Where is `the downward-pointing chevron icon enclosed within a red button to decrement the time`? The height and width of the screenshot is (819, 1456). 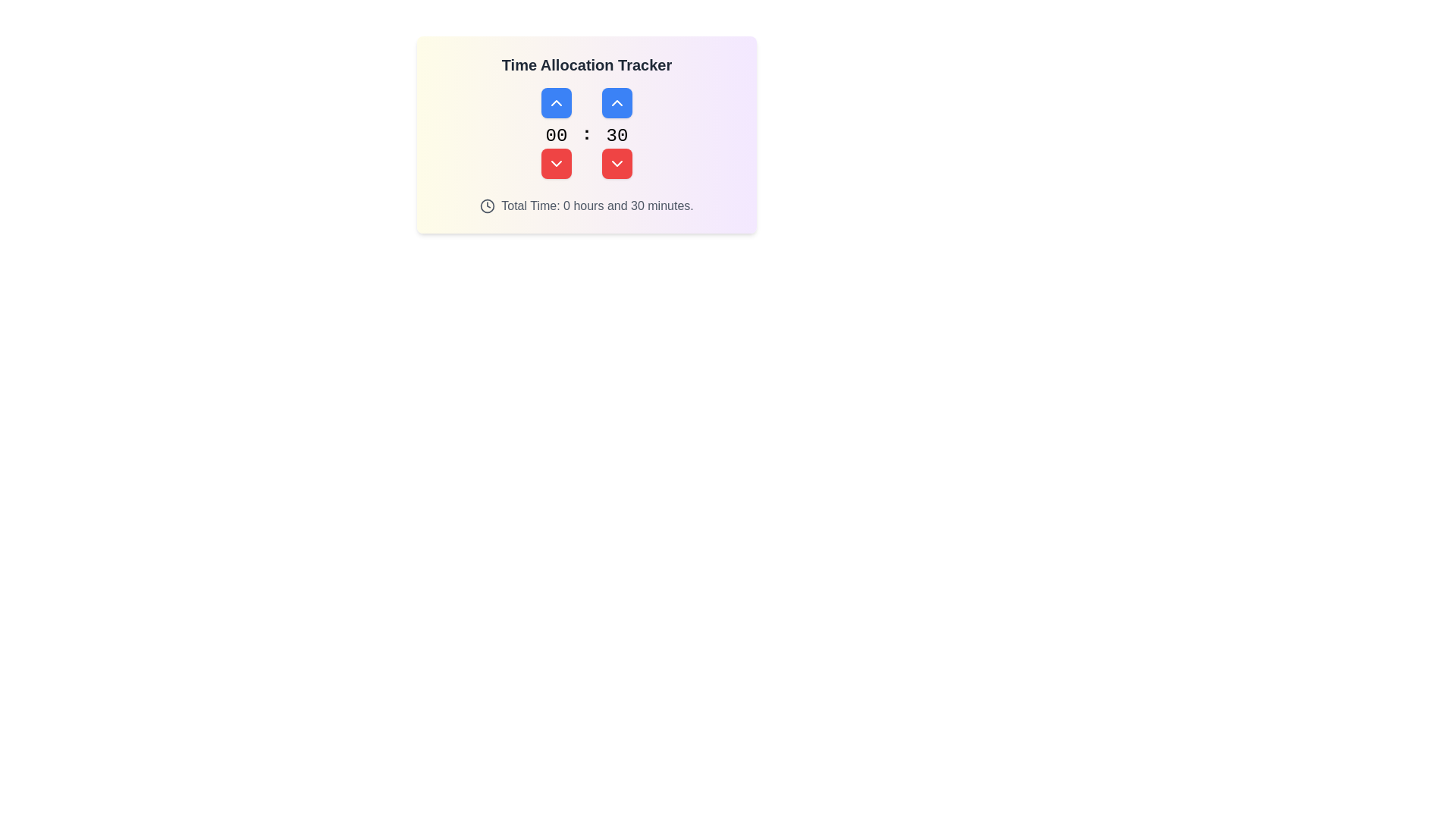 the downward-pointing chevron icon enclosed within a red button to decrement the time is located at coordinates (556, 164).